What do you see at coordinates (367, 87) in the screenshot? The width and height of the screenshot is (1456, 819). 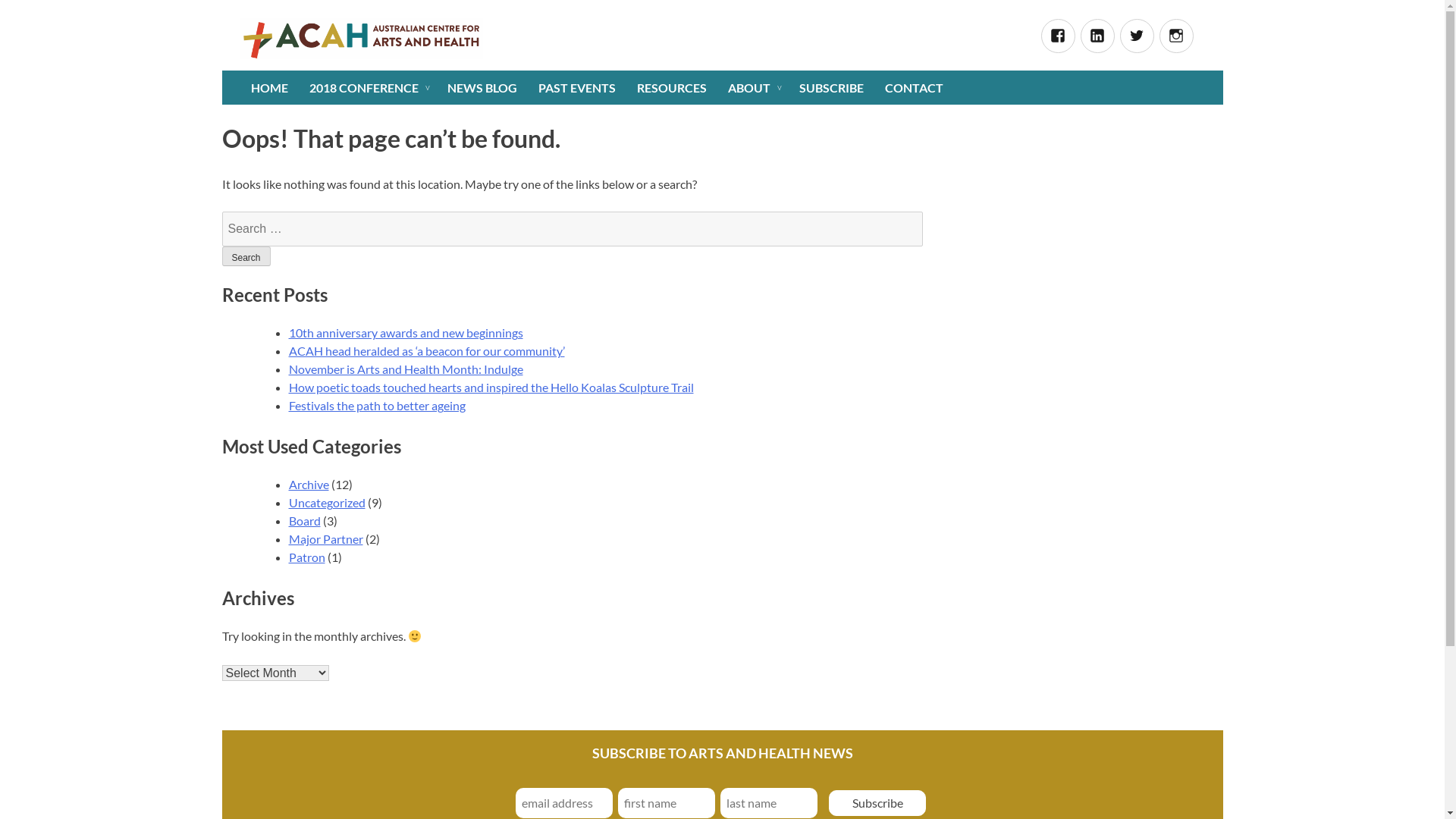 I see `'2018 CONFERENCE'` at bounding box center [367, 87].